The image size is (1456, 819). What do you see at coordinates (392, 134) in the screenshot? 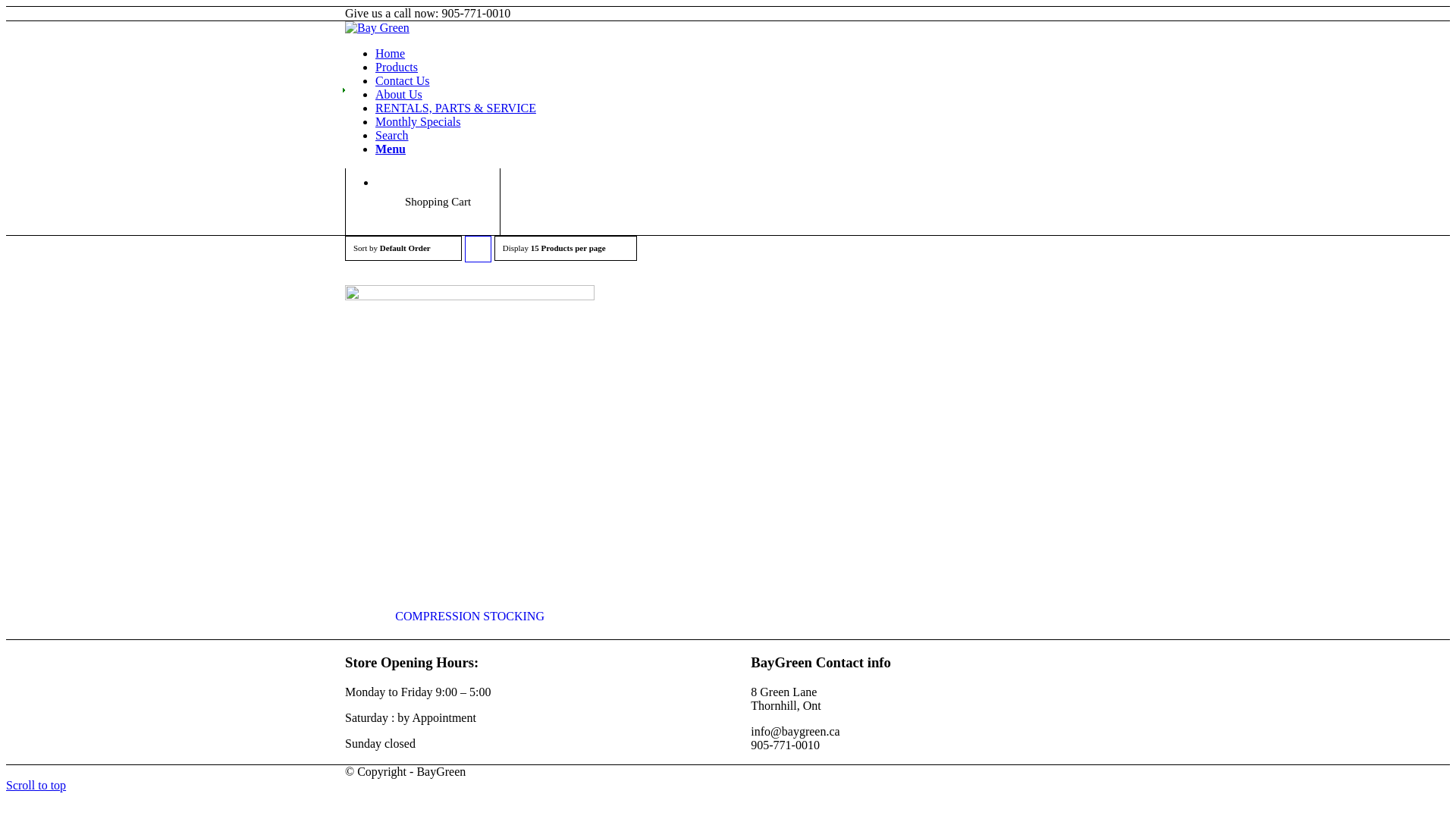
I see `'Search'` at bounding box center [392, 134].